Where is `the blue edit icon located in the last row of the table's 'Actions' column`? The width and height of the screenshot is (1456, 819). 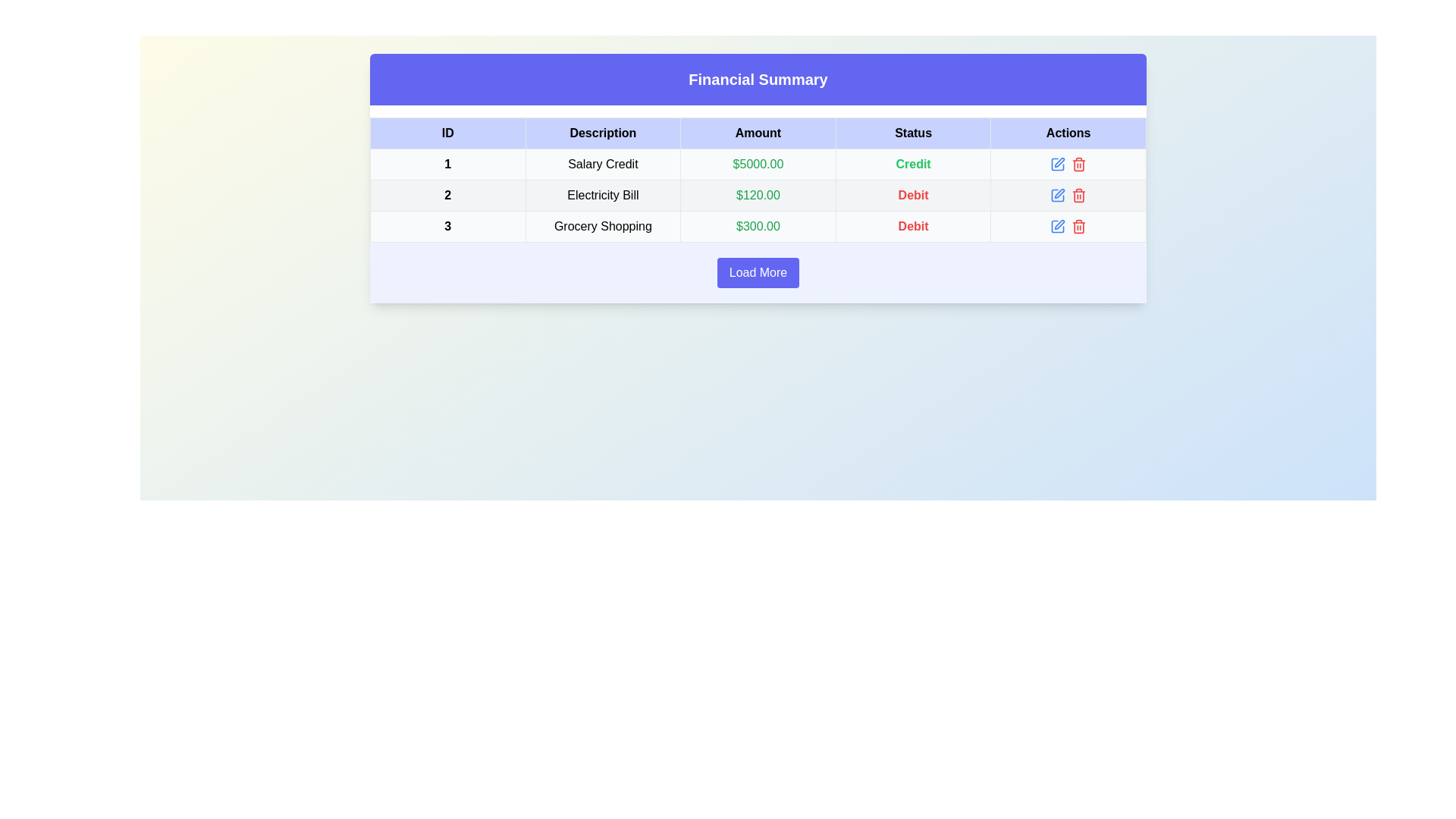 the blue edit icon located in the last row of the table's 'Actions' column is located at coordinates (1059, 224).